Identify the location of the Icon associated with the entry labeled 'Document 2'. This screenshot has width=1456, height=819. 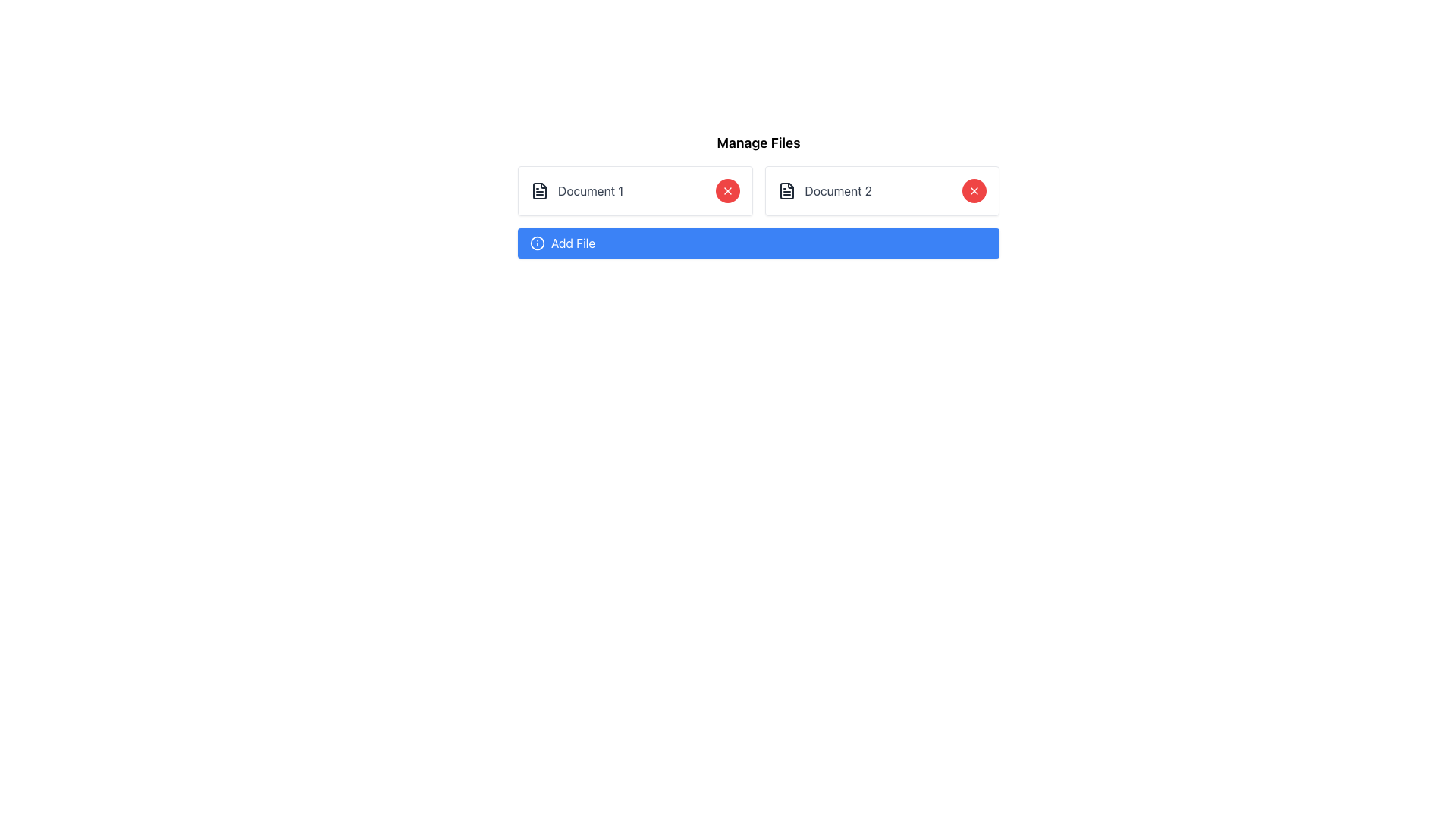
(786, 190).